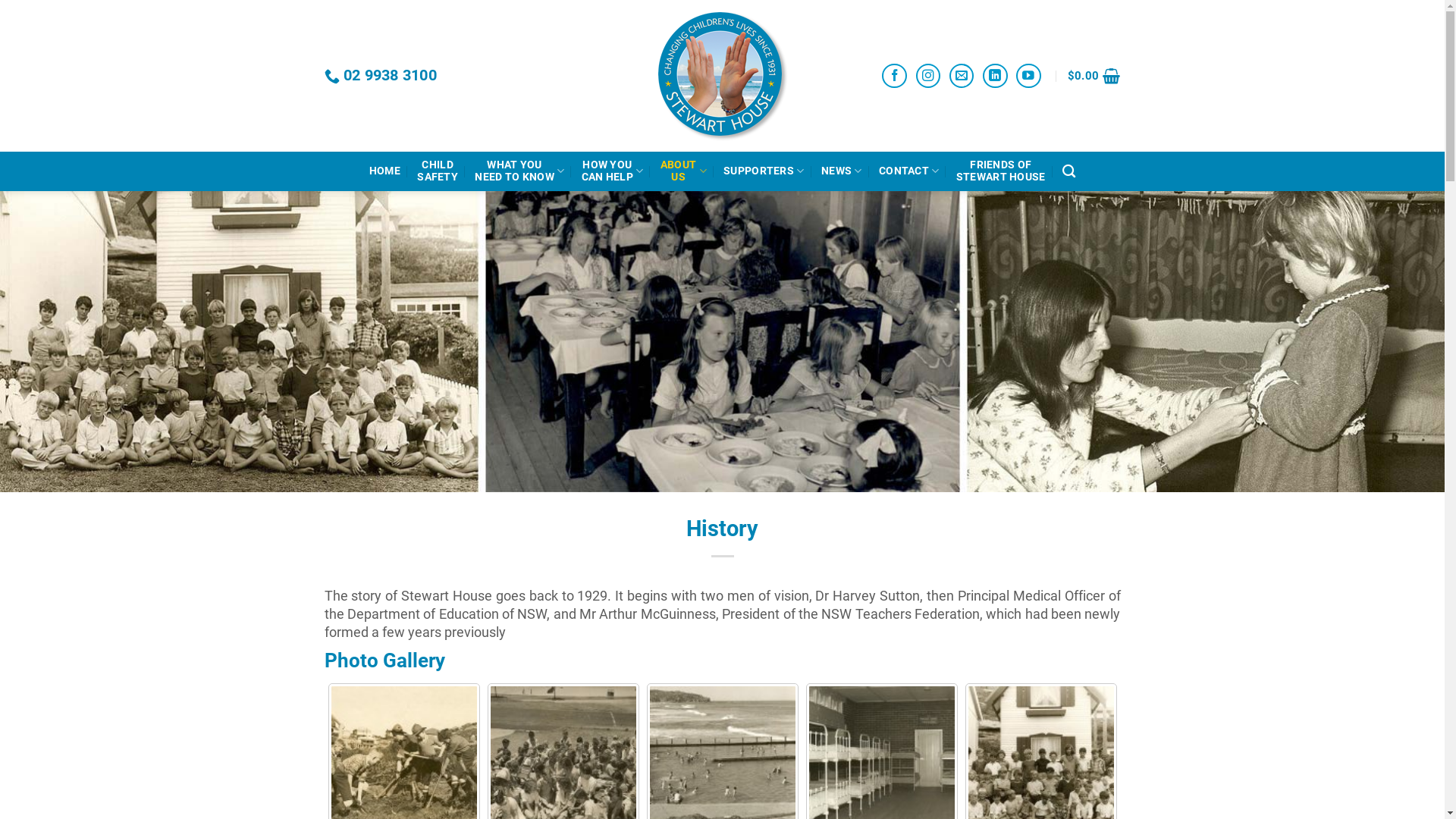  What do you see at coordinates (384, 171) in the screenshot?
I see `'HOME'` at bounding box center [384, 171].